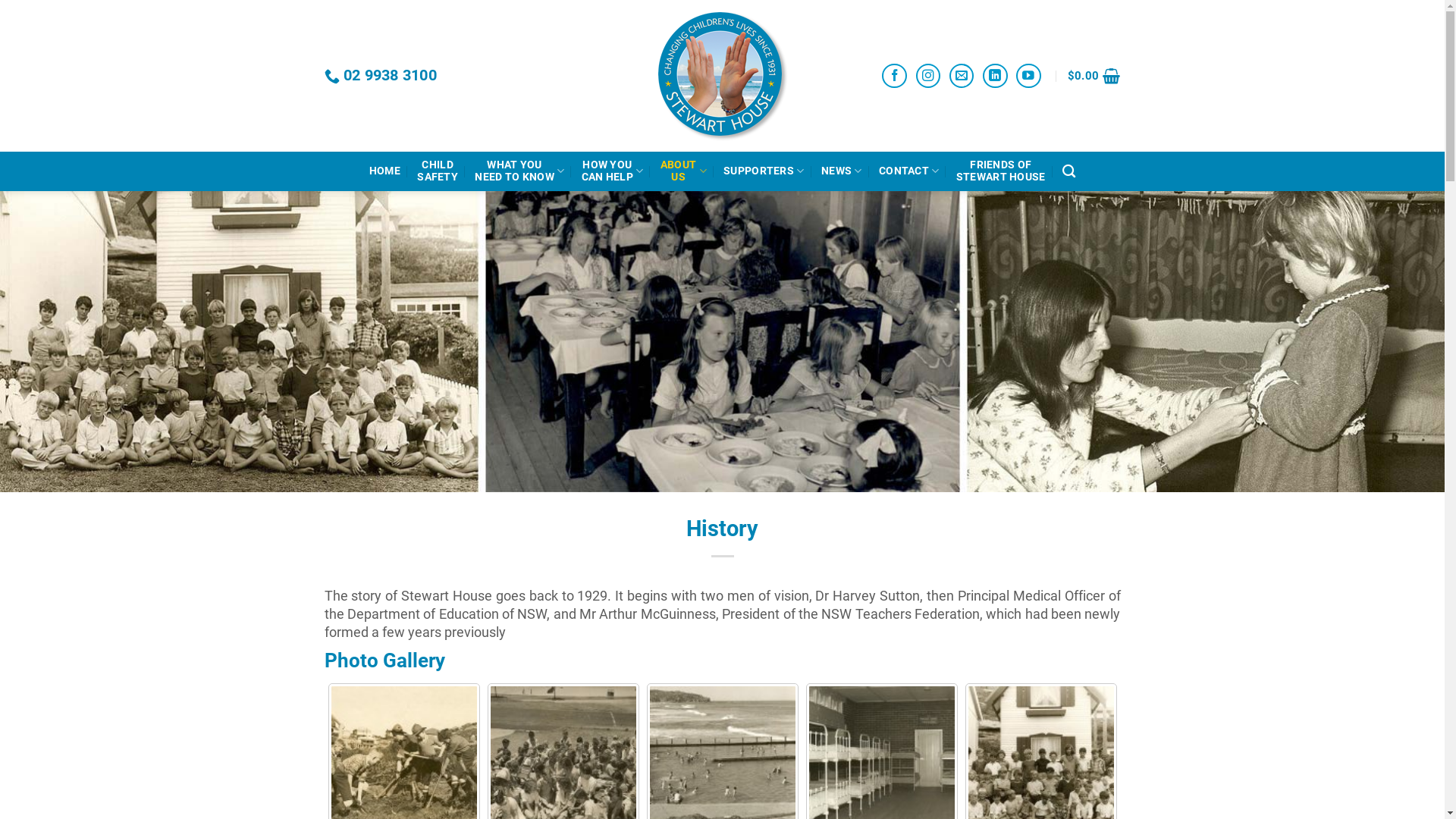  What do you see at coordinates (384, 171) in the screenshot?
I see `'HOME'` at bounding box center [384, 171].